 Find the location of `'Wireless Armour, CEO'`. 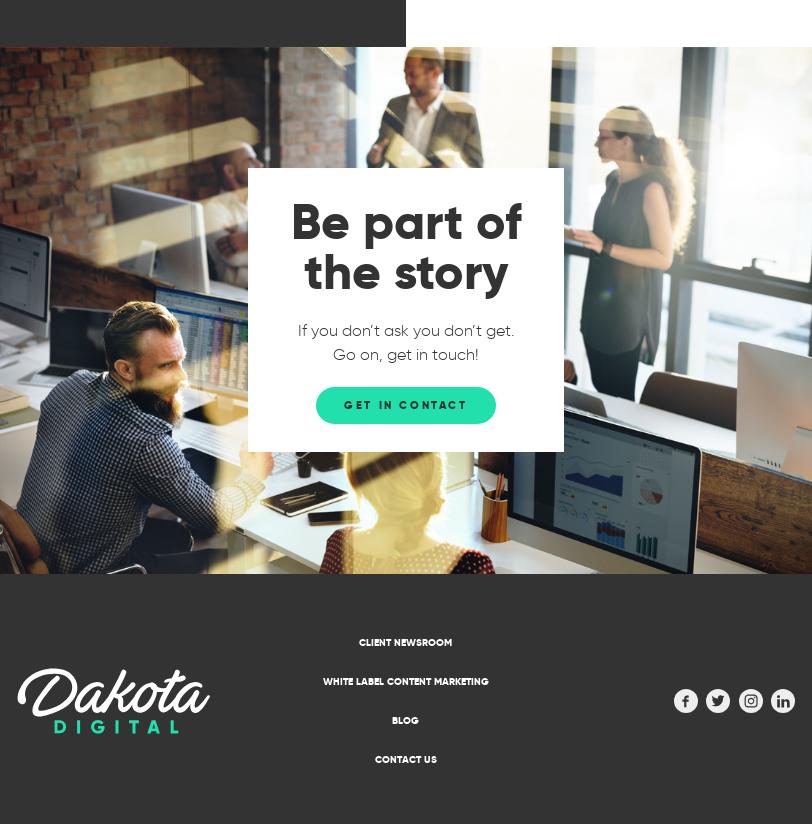

'Wireless Armour, CEO' is located at coordinates (482, 744).